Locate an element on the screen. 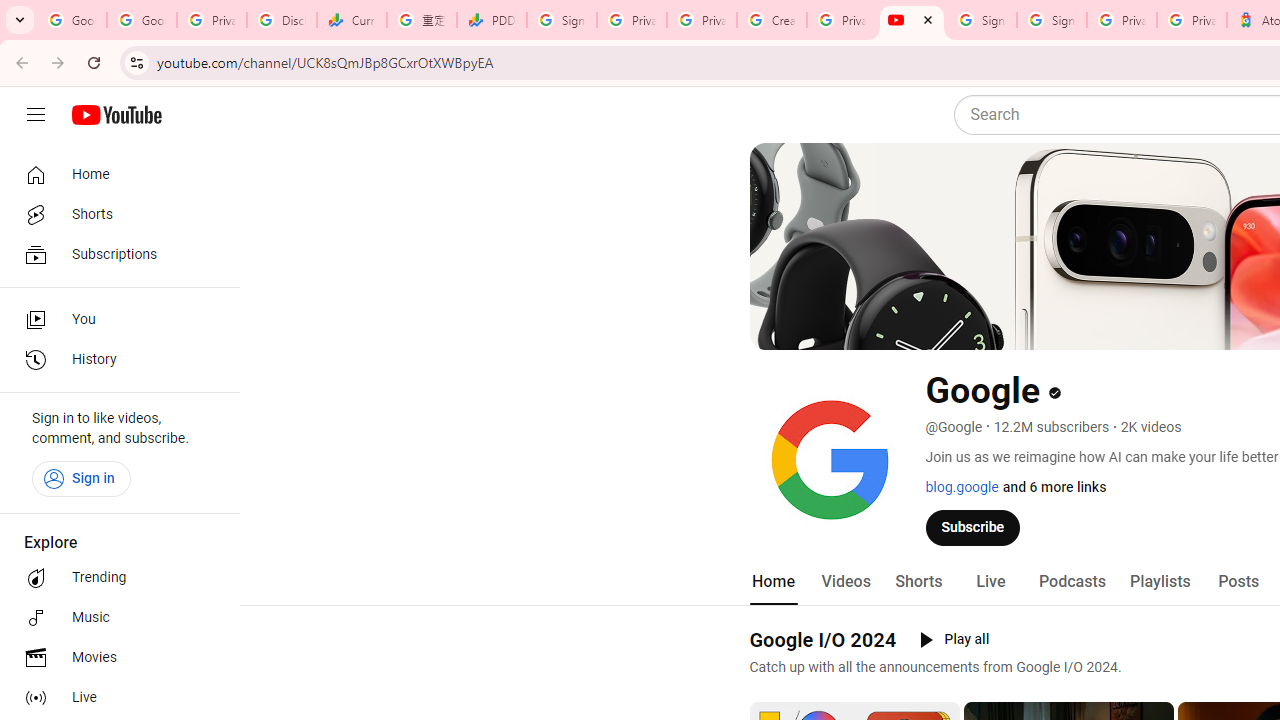 This screenshot has width=1280, height=720. 'Subscriptions' is located at coordinates (112, 253).